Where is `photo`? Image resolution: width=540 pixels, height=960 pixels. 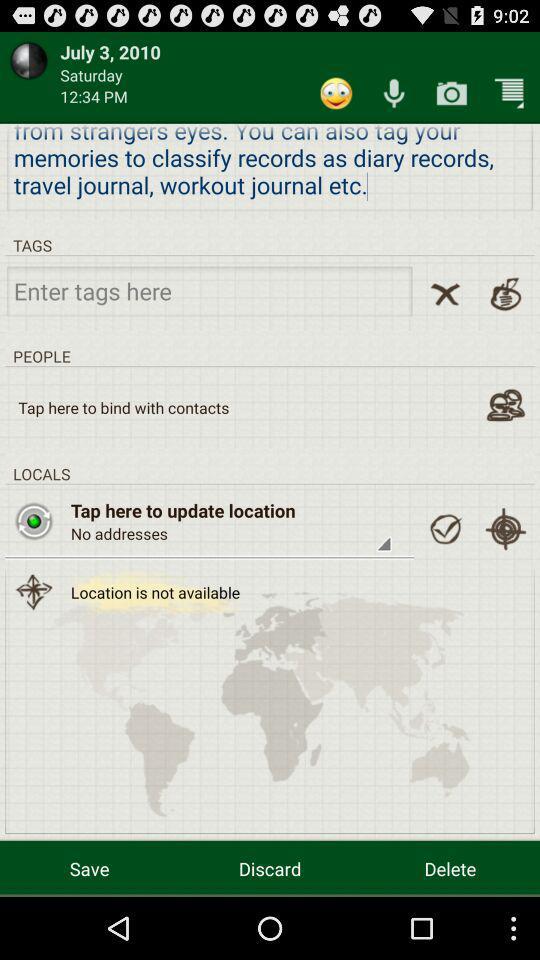 photo is located at coordinates (451, 93).